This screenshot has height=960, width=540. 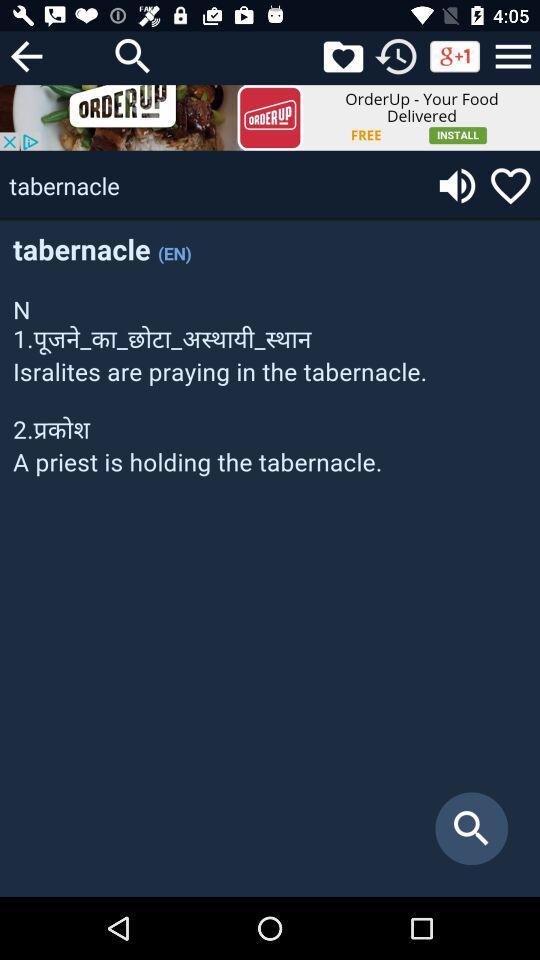 What do you see at coordinates (513, 55) in the screenshot?
I see `the menu icon` at bounding box center [513, 55].